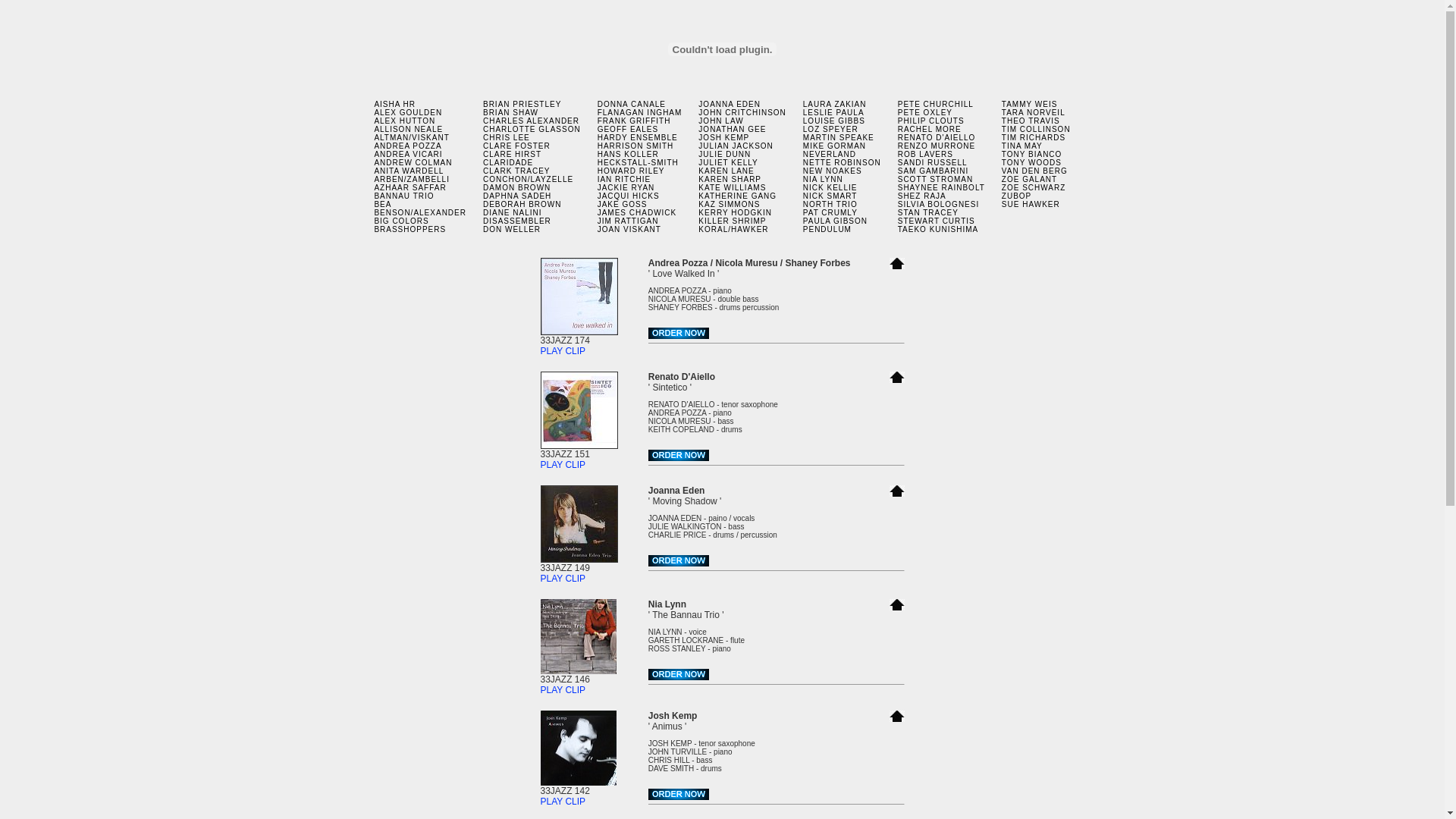 Image resolution: width=1456 pixels, height=819 pixels. I want to click on 'TONY WOODS', so click(1031, 162).